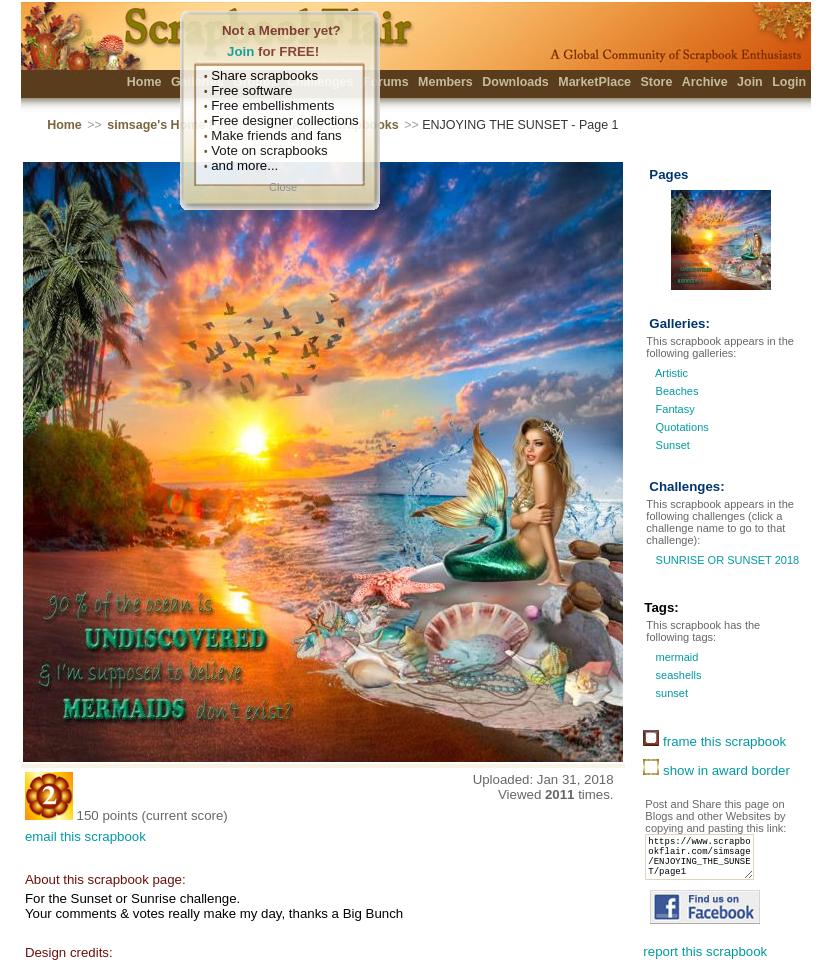 This screenshot has height=963, width=832. What do you see at coordinates (151, 814) in the screenshot?
I see `'150 points (current score)'` at bounding box center [151, 814].